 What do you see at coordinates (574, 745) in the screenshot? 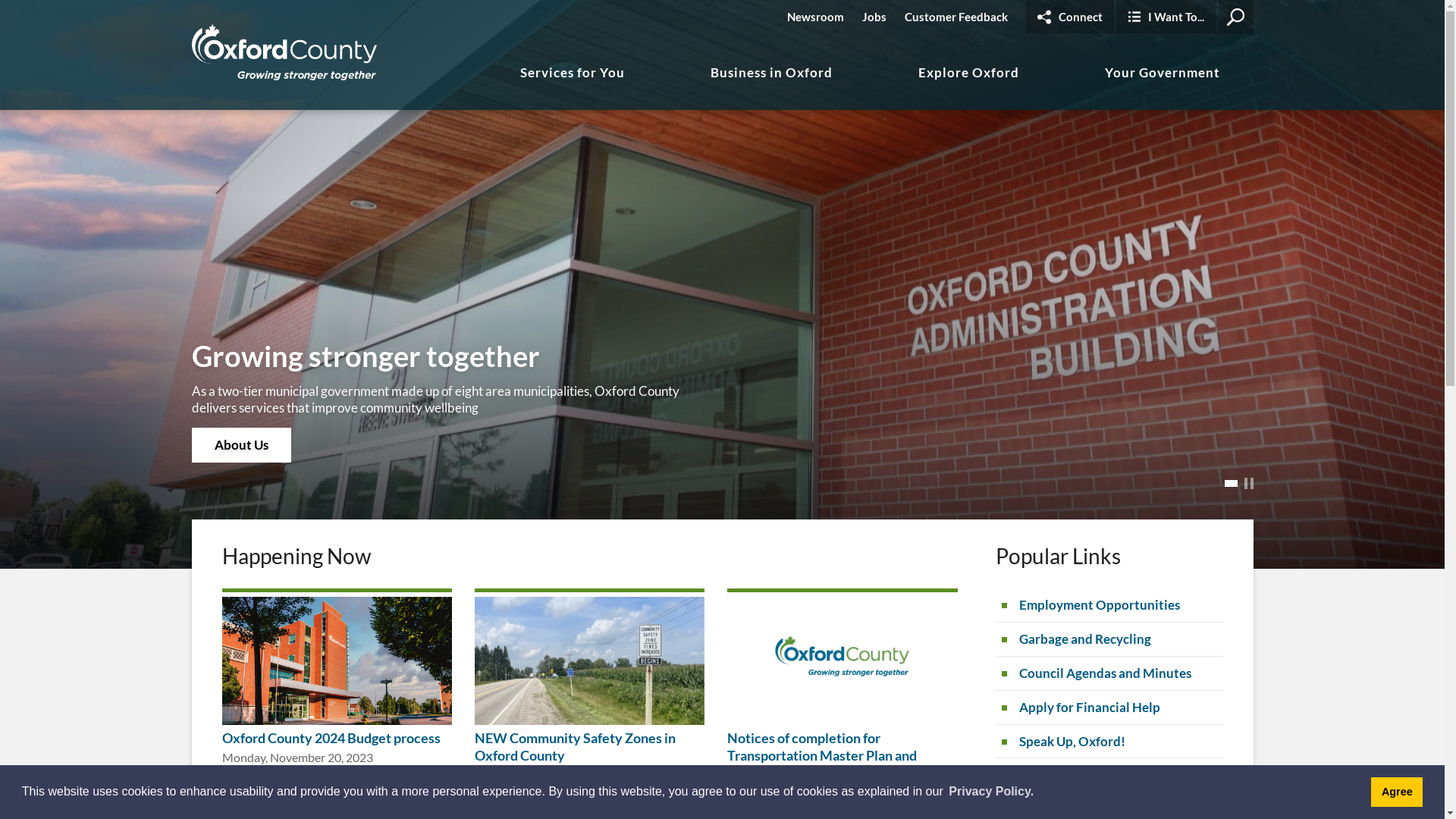
I see `'NEW Community Safety Zones in Oxford County'` at bounding box center [574, 745].